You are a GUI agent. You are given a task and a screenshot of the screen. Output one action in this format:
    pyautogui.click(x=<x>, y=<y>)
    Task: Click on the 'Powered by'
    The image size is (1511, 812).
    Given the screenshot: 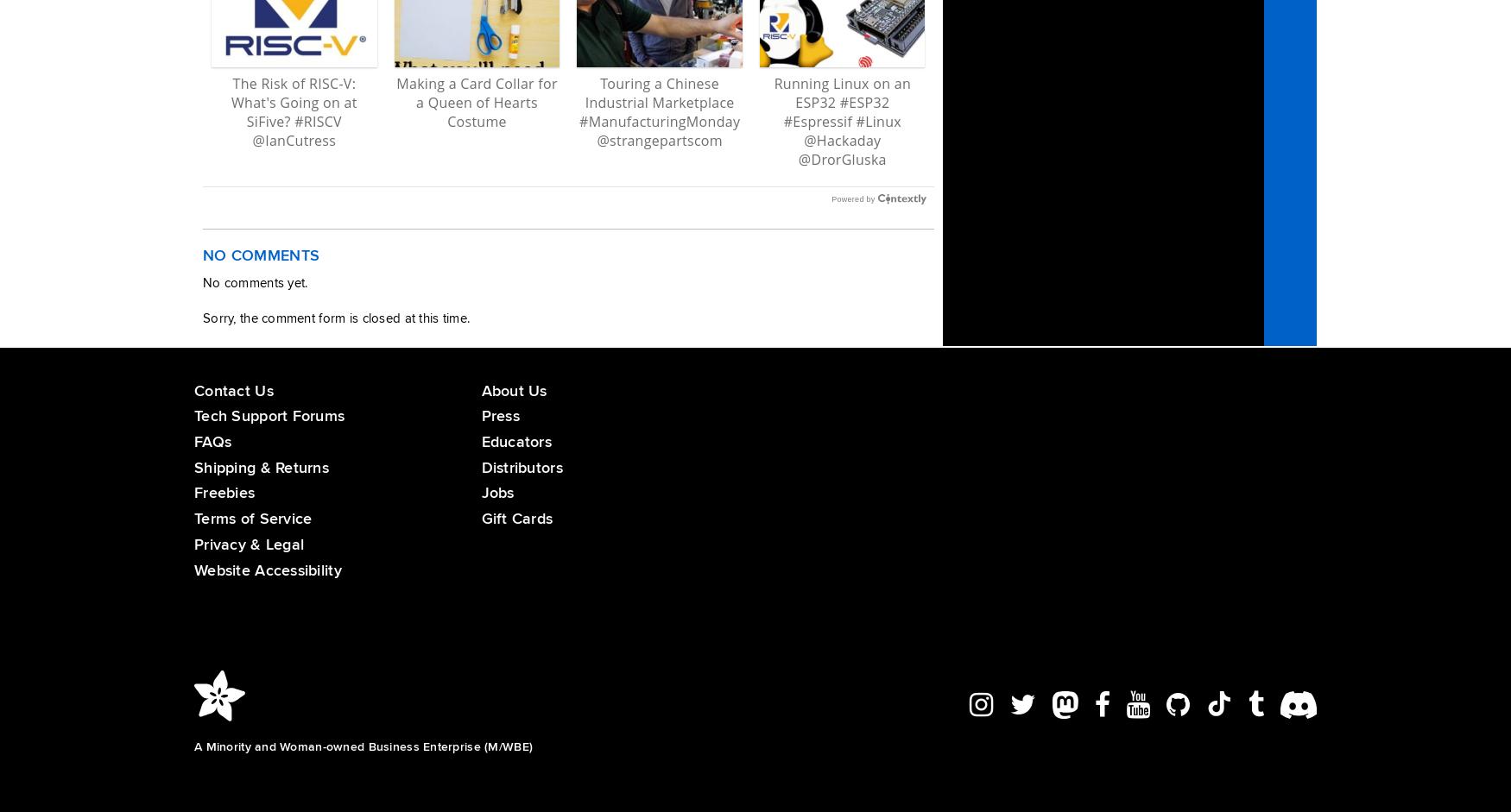 What is the action you would take?
    pyautogui.click(x=853, y=198)
    